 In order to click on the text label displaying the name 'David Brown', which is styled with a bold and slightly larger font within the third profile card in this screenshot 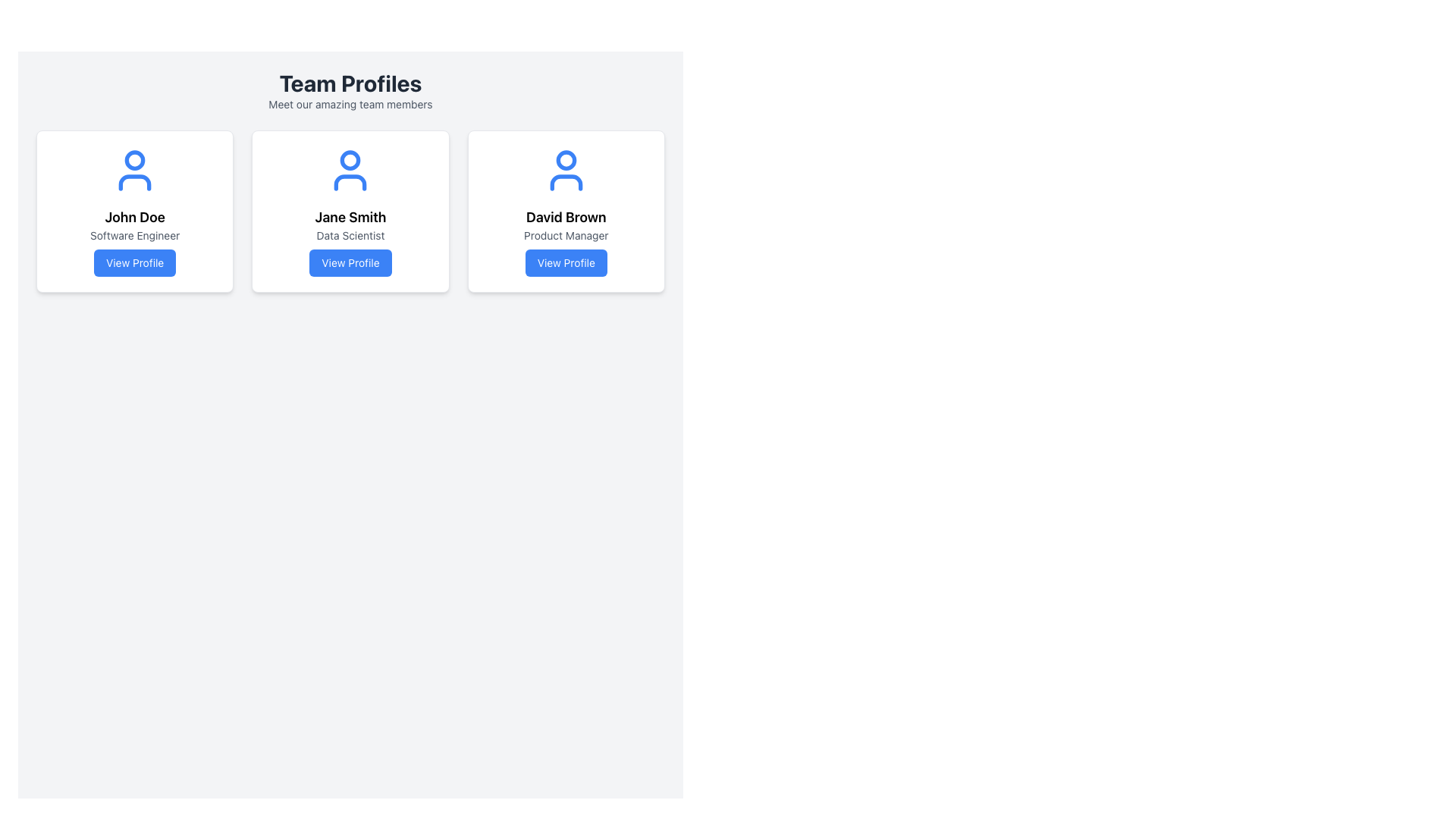, I will do `click(565, 217)`.